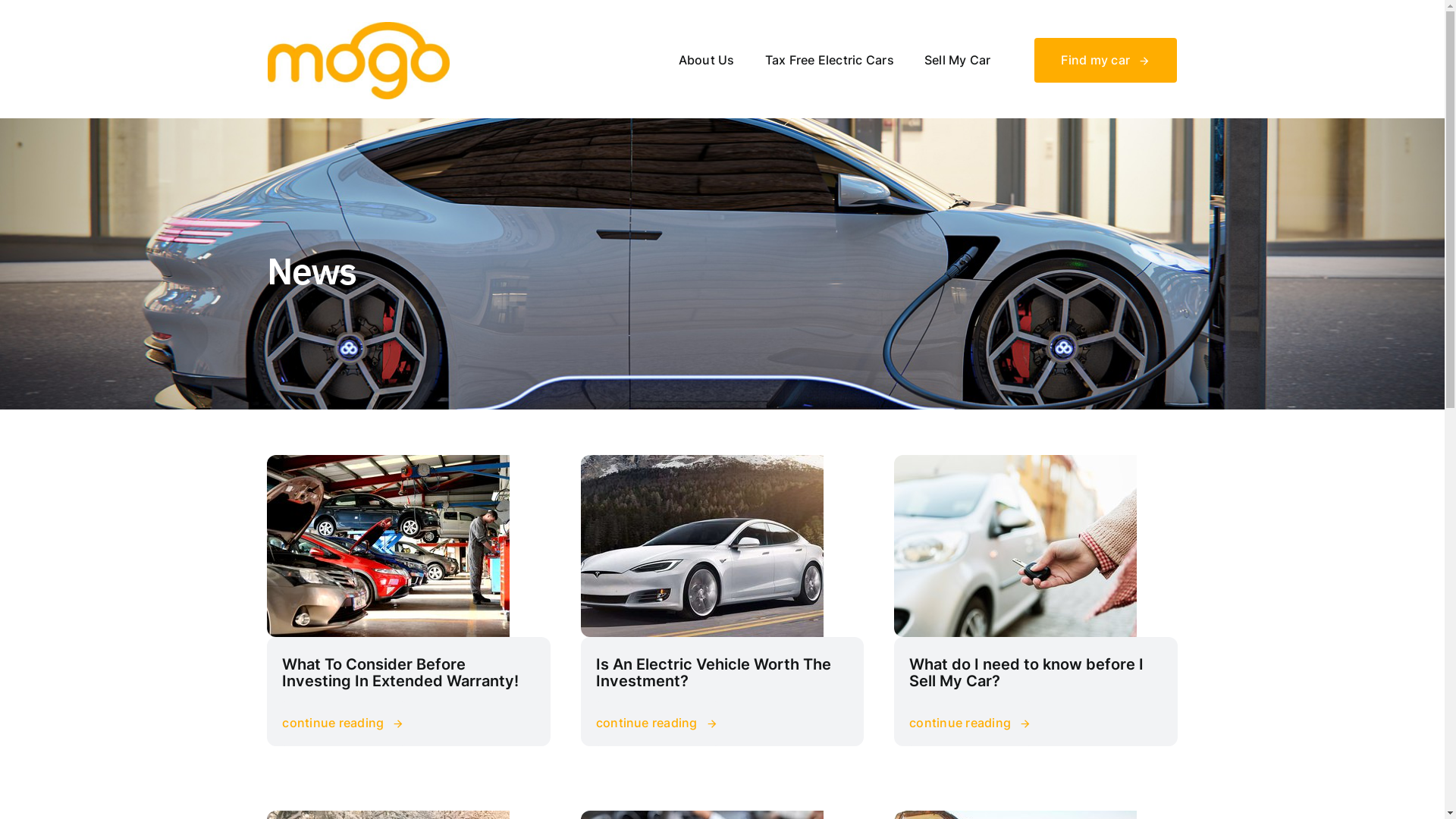 Image resolution: width=1456 pixels, height=819 pixels. Describe the element at coordinates (1106, 59) in the screenshot. I see `'Find my car'` at that location.